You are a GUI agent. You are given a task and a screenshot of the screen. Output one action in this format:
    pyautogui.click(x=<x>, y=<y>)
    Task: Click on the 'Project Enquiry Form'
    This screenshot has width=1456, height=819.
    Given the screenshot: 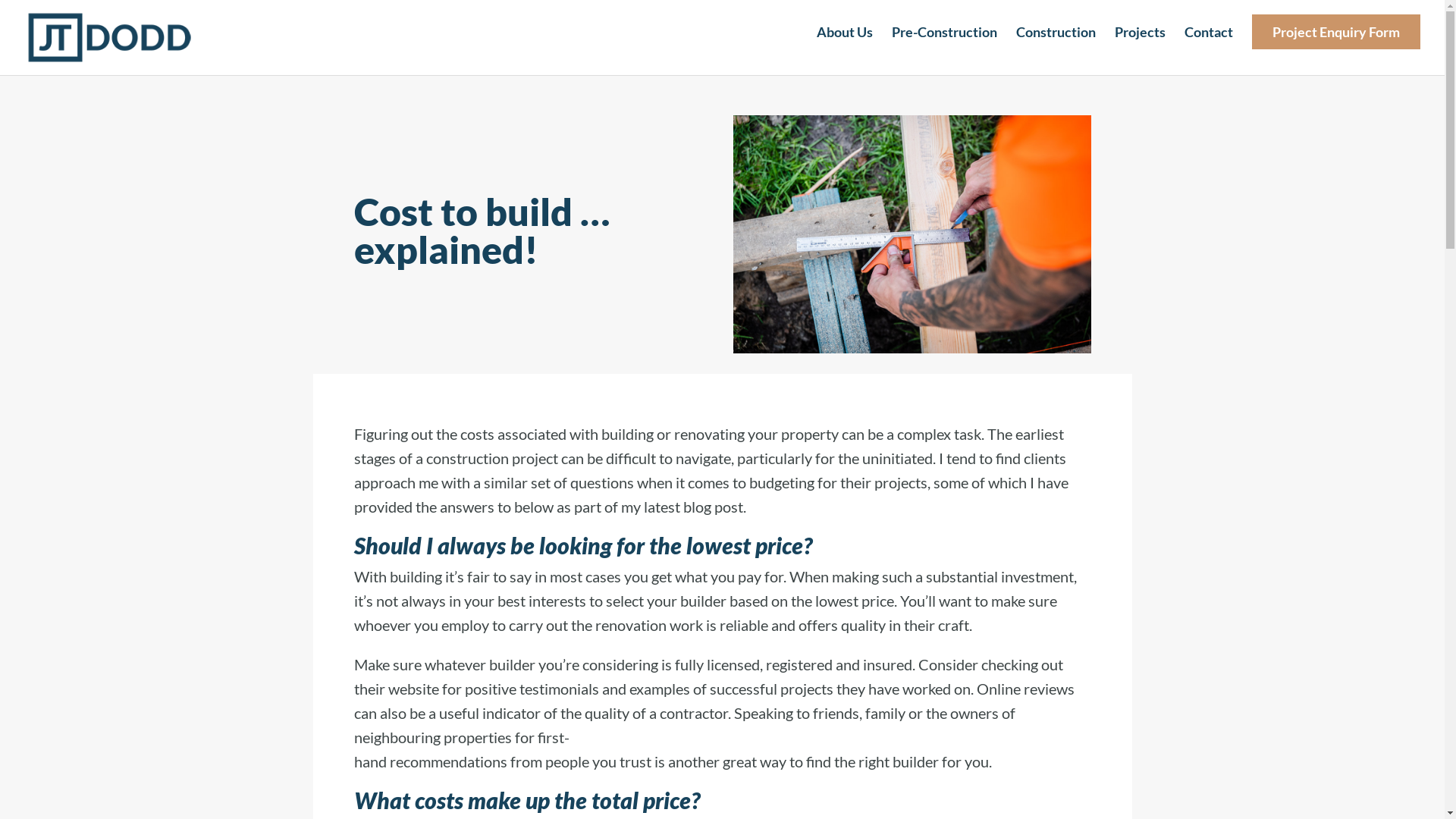 What is the action you would take?
    pyautogui.click(x=1252, y=44)
    